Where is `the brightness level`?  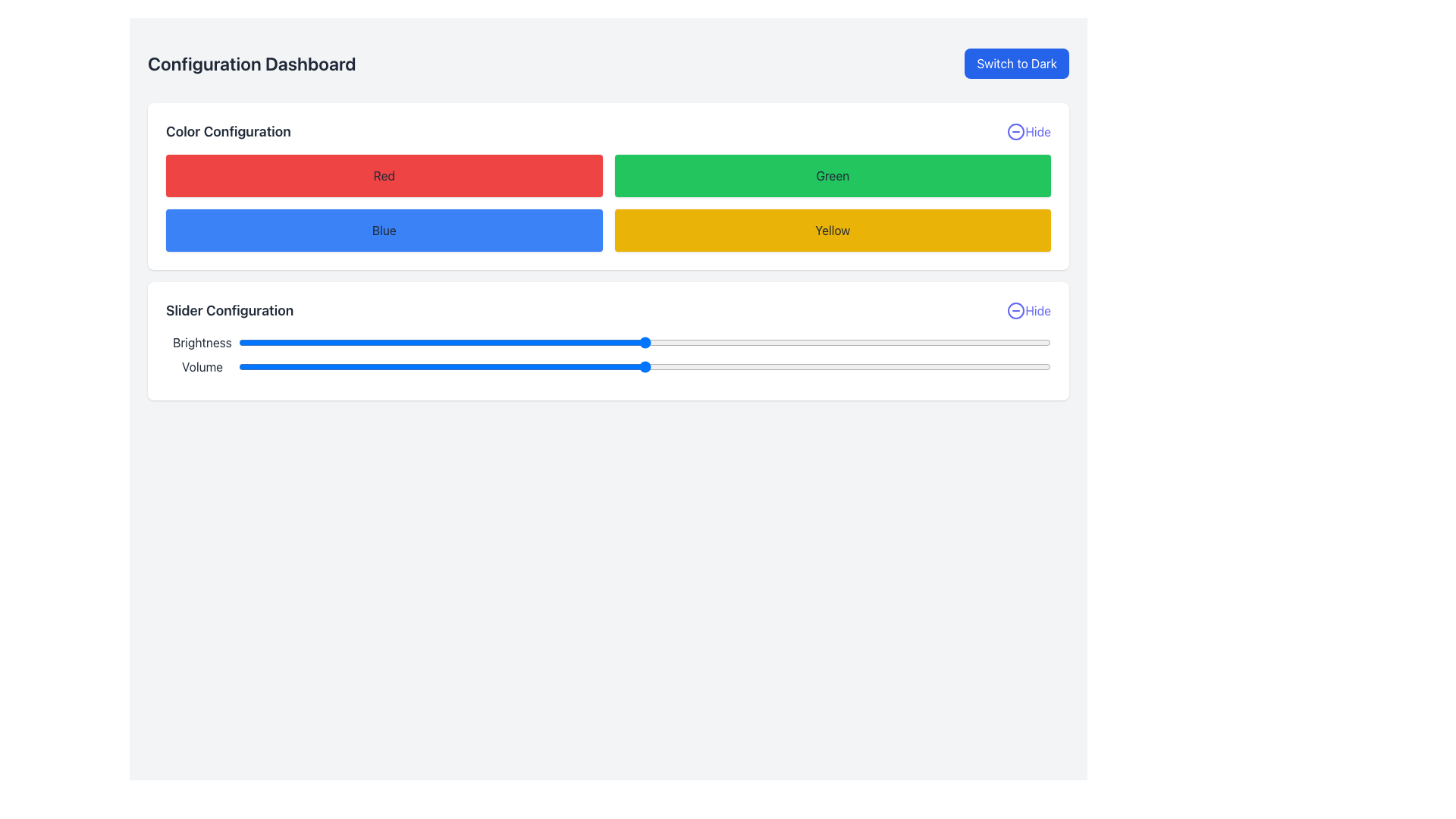
the brightness level is located at coordinates (620, 342).